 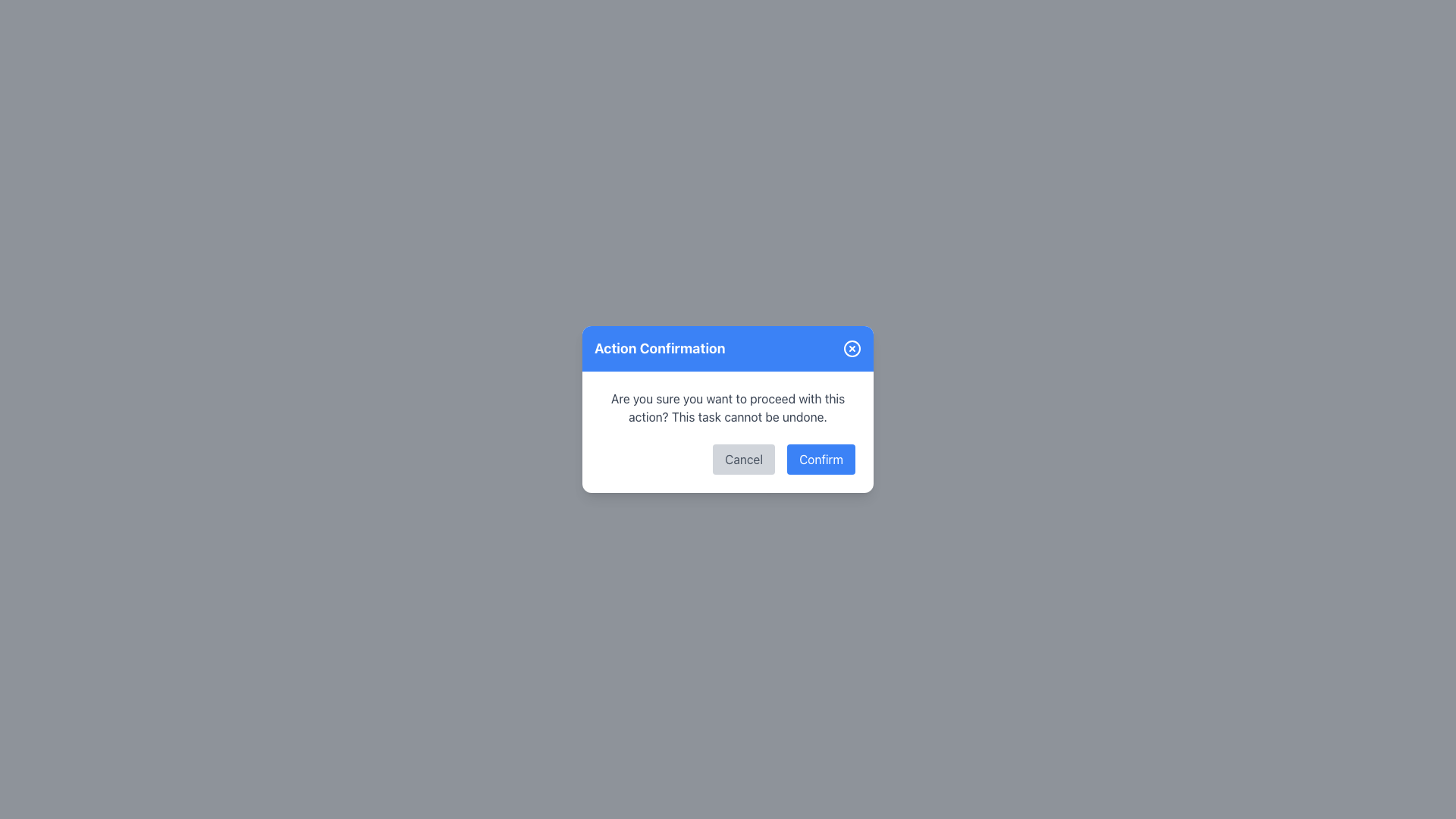 I want to click on the cancel button located in the footer of the dialog box, so click(x=744, y=458).